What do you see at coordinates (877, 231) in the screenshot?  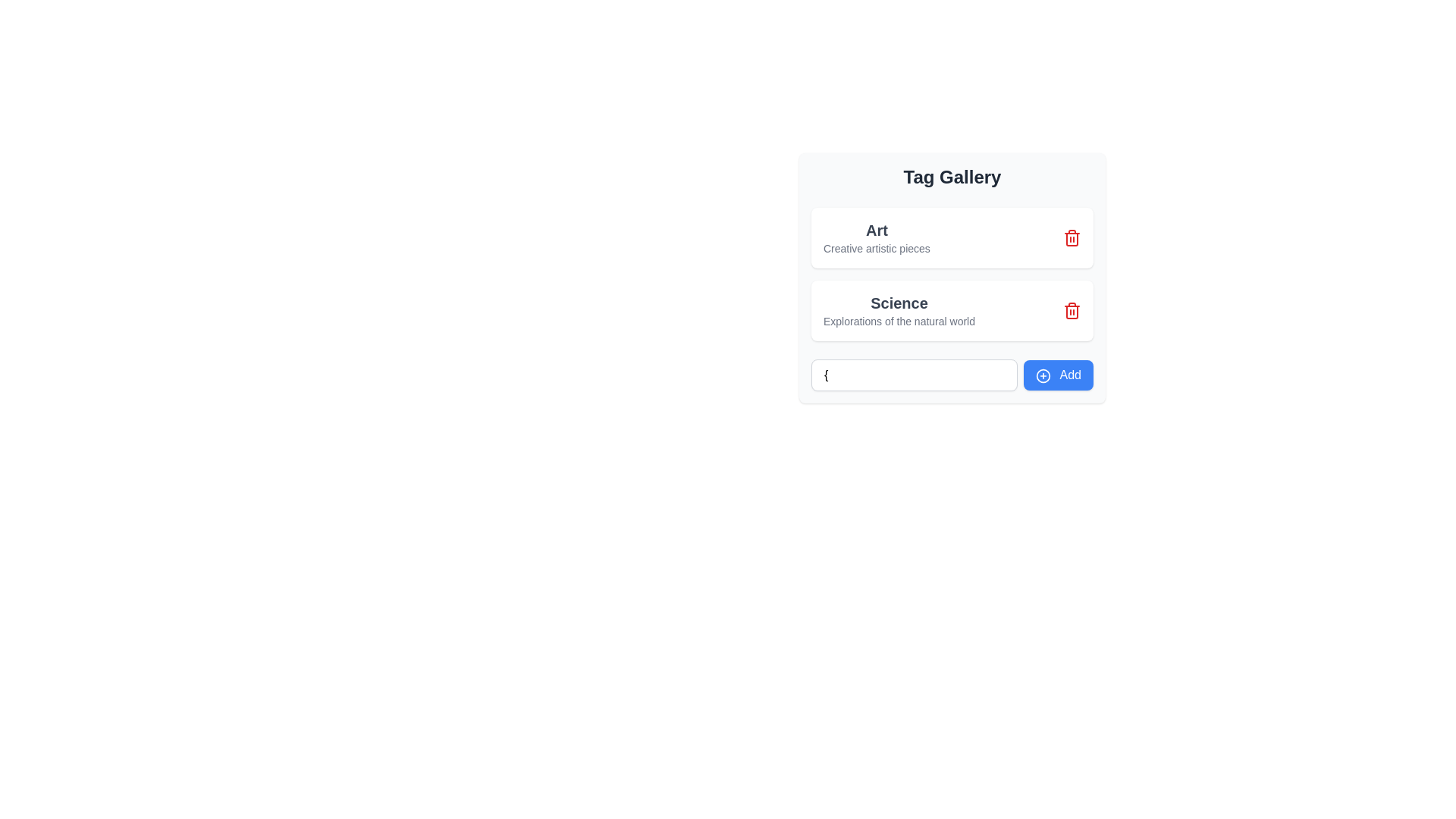 I see `text label displaying 'Art' which is styled in bold, larger font and located above the supporting text in the 'Tag Gallery' section` at bounding box center [877, 231].